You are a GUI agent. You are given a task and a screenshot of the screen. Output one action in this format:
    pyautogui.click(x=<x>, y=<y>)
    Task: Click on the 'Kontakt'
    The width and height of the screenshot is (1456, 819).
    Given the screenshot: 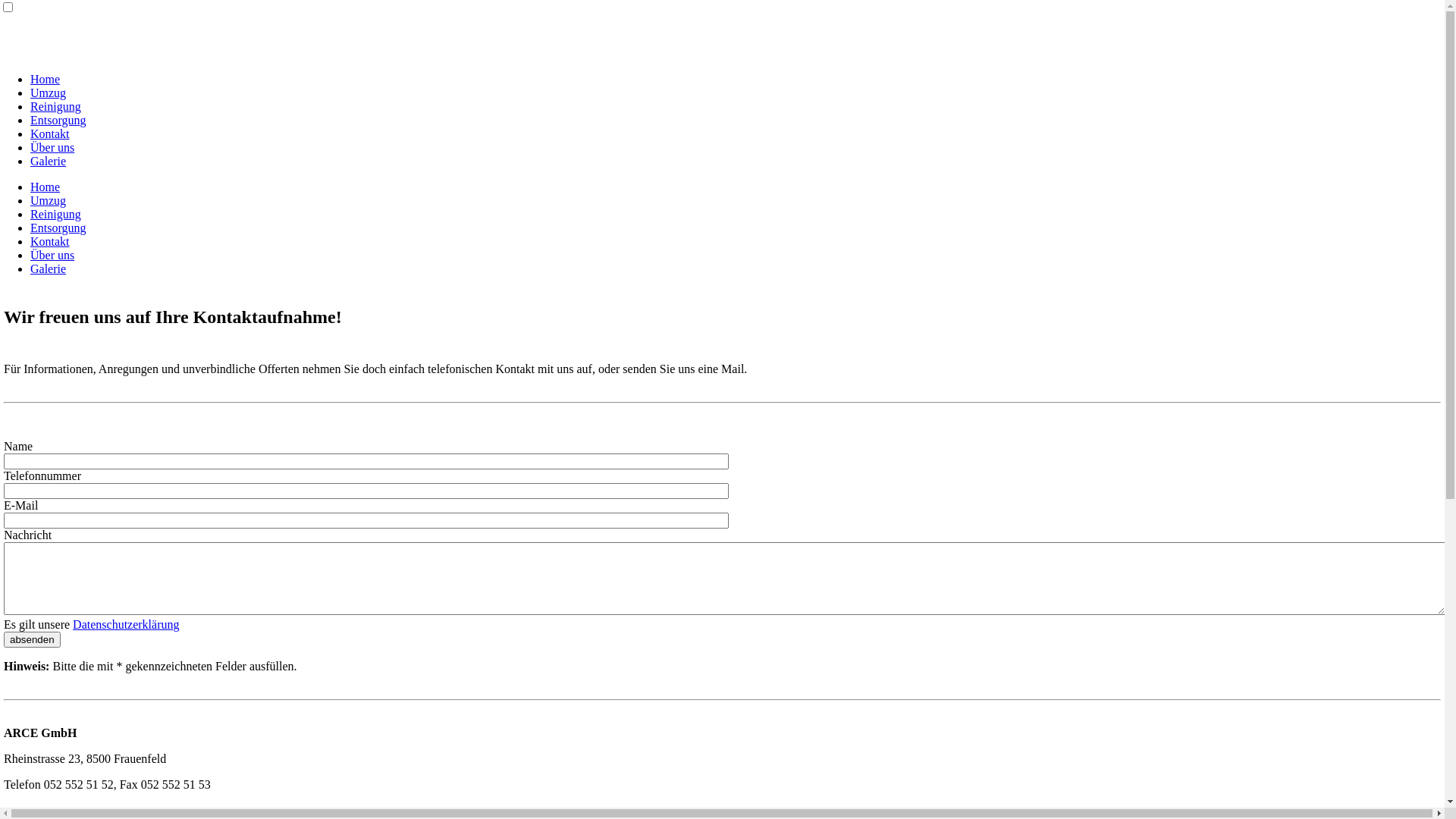 What is the action you would take?
    pyautogui.click(x=50, y=240)
    